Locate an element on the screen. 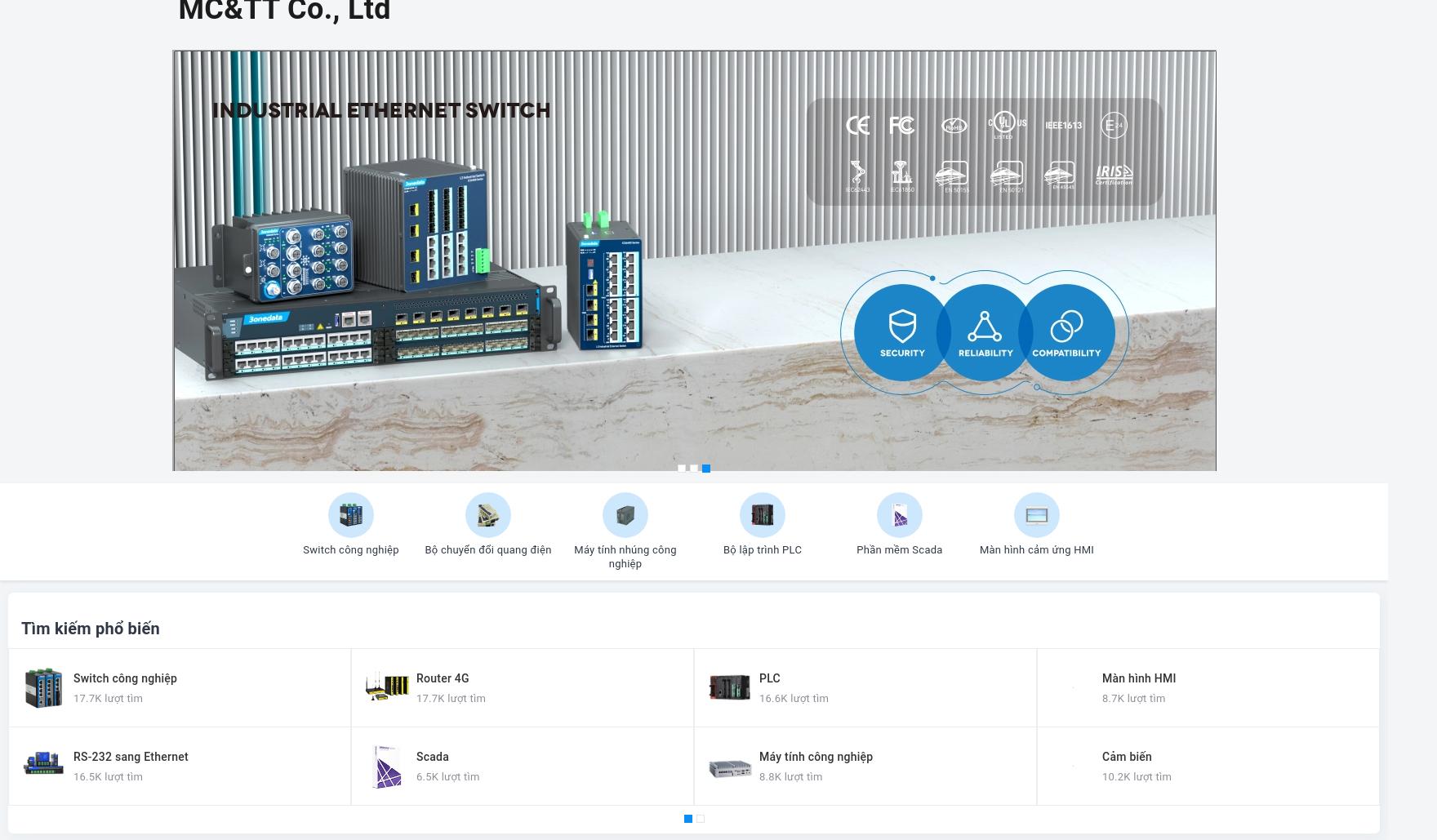 Image resolution: width=1437 pixels, height=840 pixels. 'Máy tính nhúng công nghiệp' is located at coordinates (624, 556).